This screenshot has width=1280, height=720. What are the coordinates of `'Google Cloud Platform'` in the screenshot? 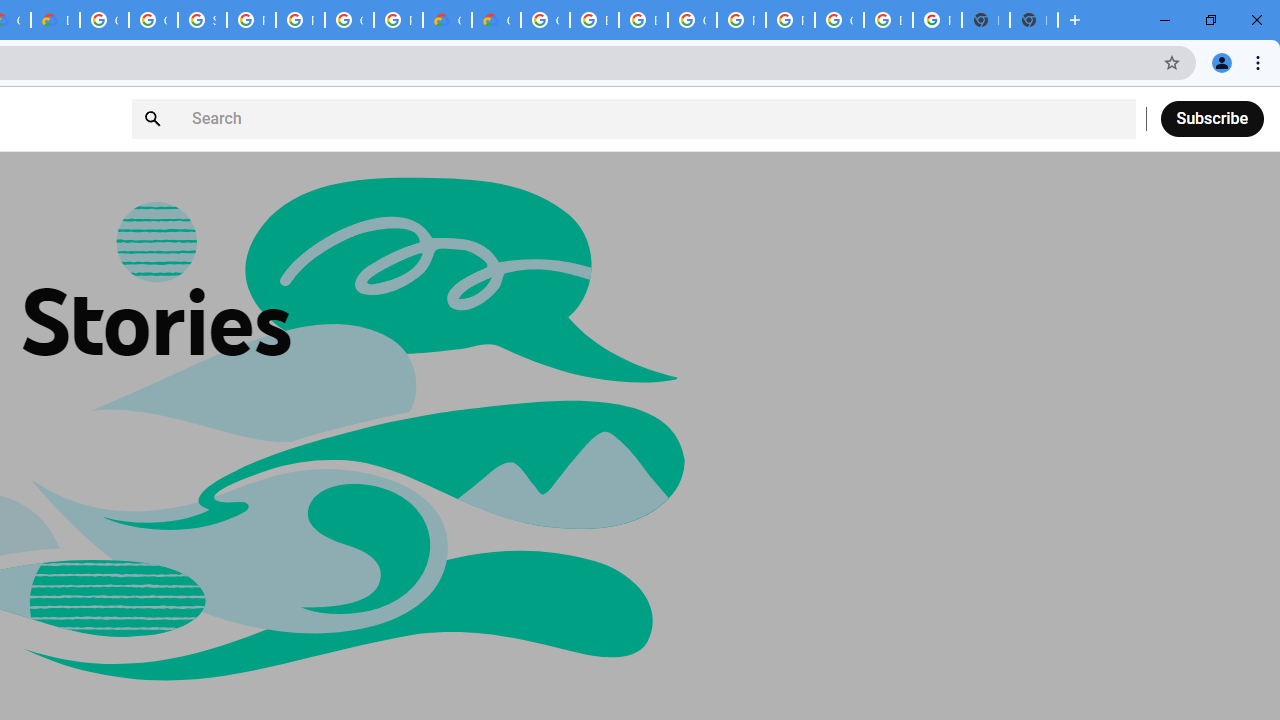 It's located at (545, 20).